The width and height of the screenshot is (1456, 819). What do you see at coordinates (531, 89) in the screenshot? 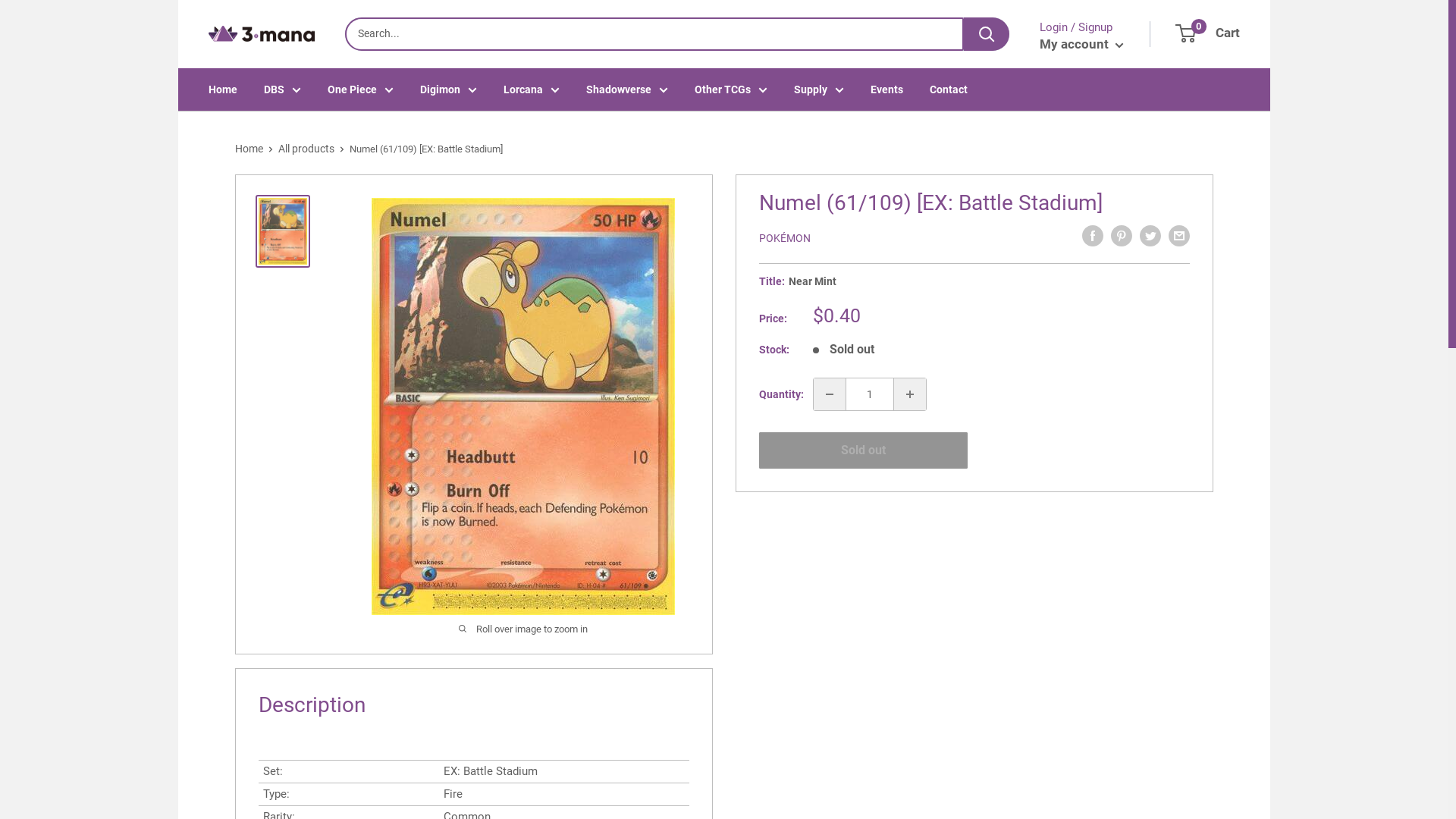
I see `'Lorcana'` at bounding box center [531, 89].